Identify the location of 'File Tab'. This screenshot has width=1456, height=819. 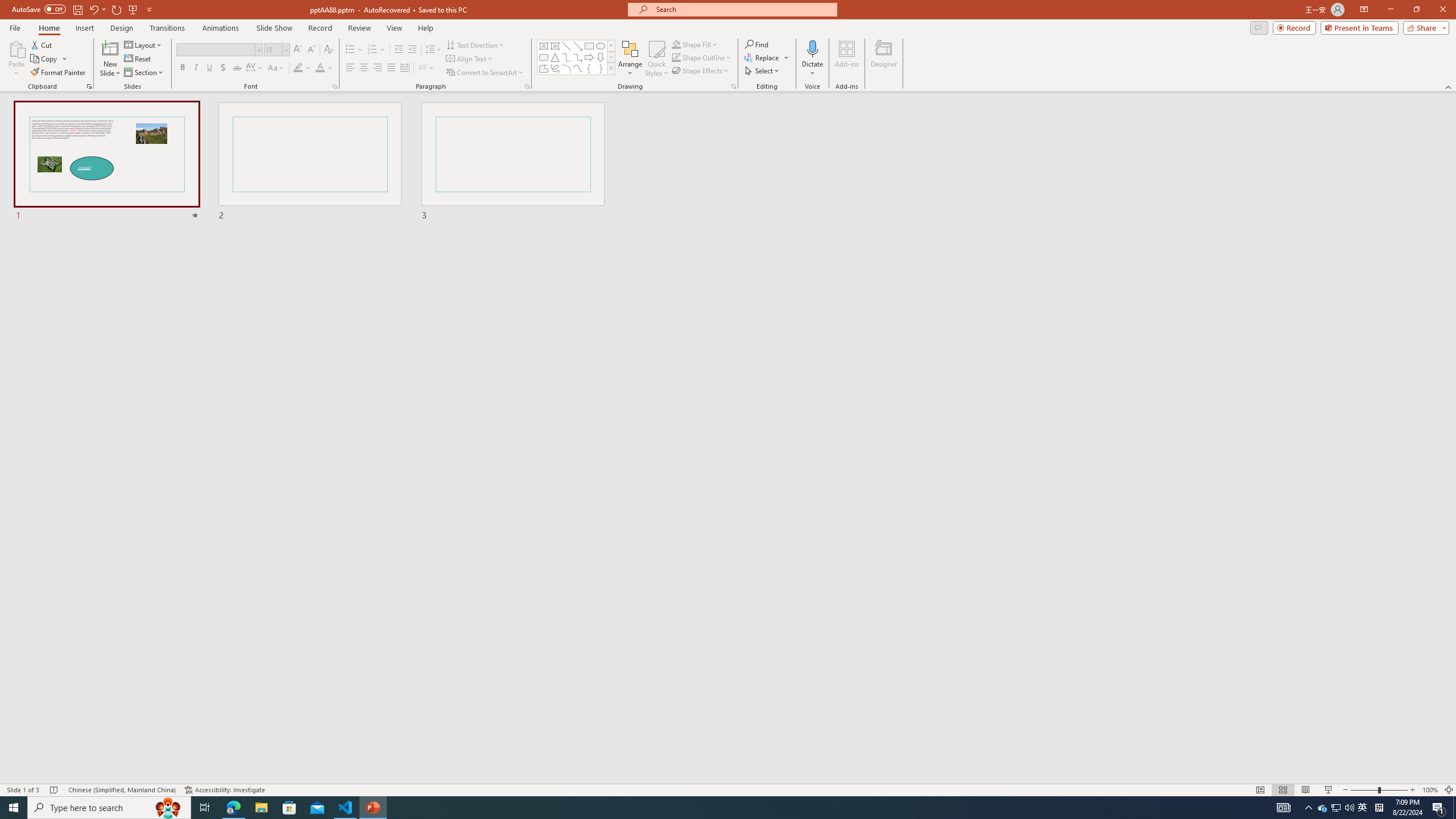
(14, 27).